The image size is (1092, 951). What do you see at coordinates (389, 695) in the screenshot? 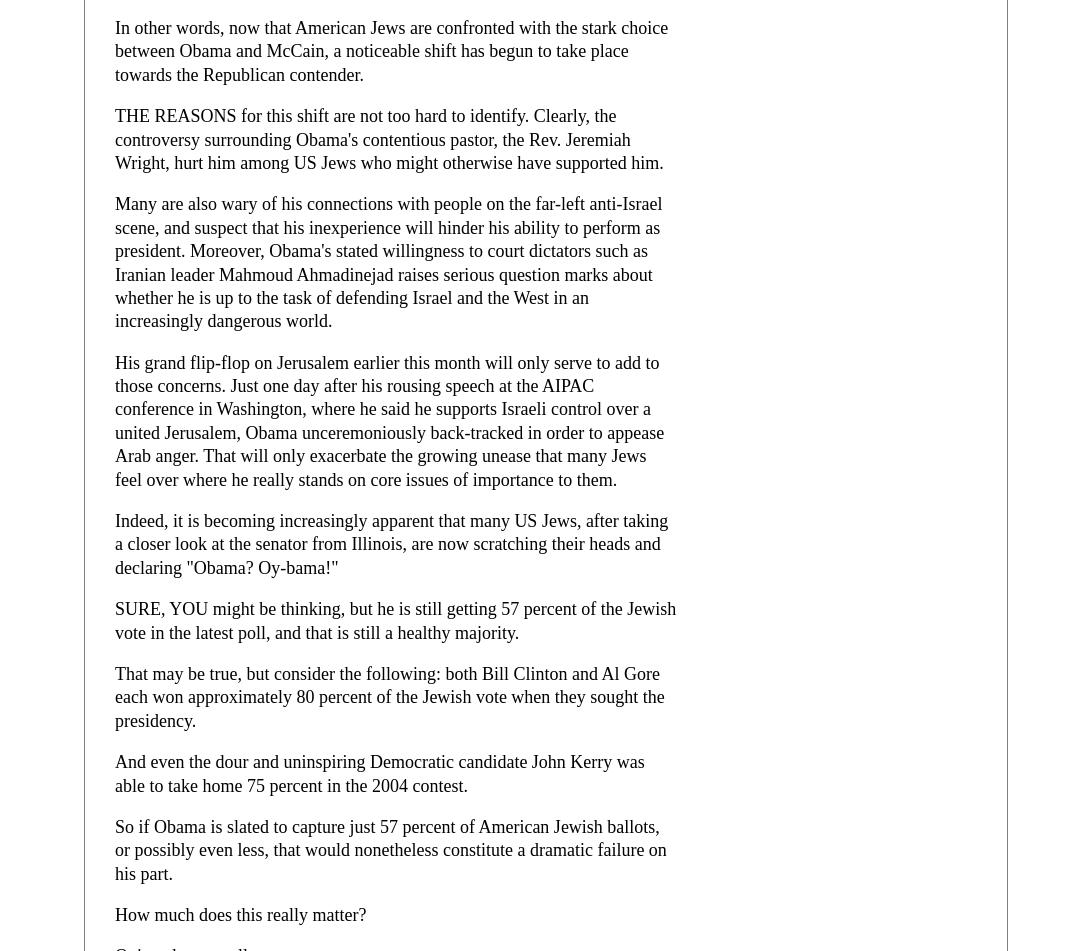
I see `'That may be true, but consider the following: both Bill Clinton and Al Gore each won approximately 80 percent of the Jewish vote when they sought the presidency.'` at bounding box center [389, 695].